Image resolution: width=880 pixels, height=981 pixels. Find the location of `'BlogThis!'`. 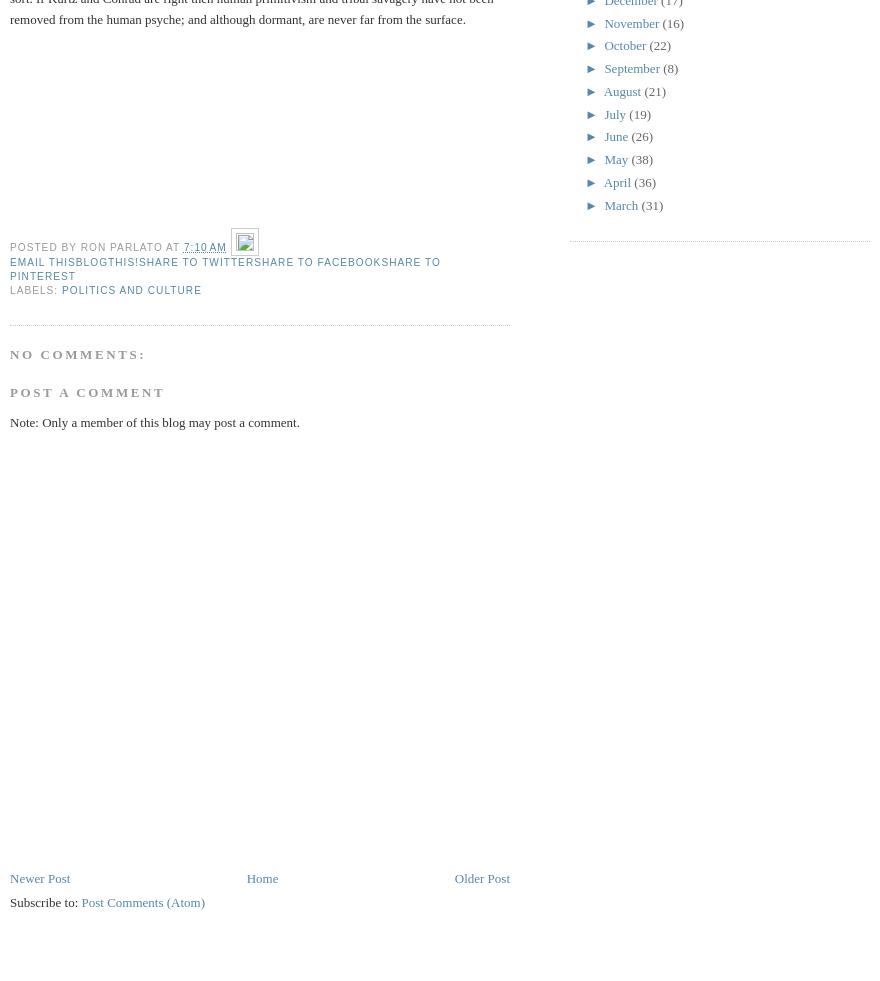

'BlogThis!' is located at coordinates (73, 260).